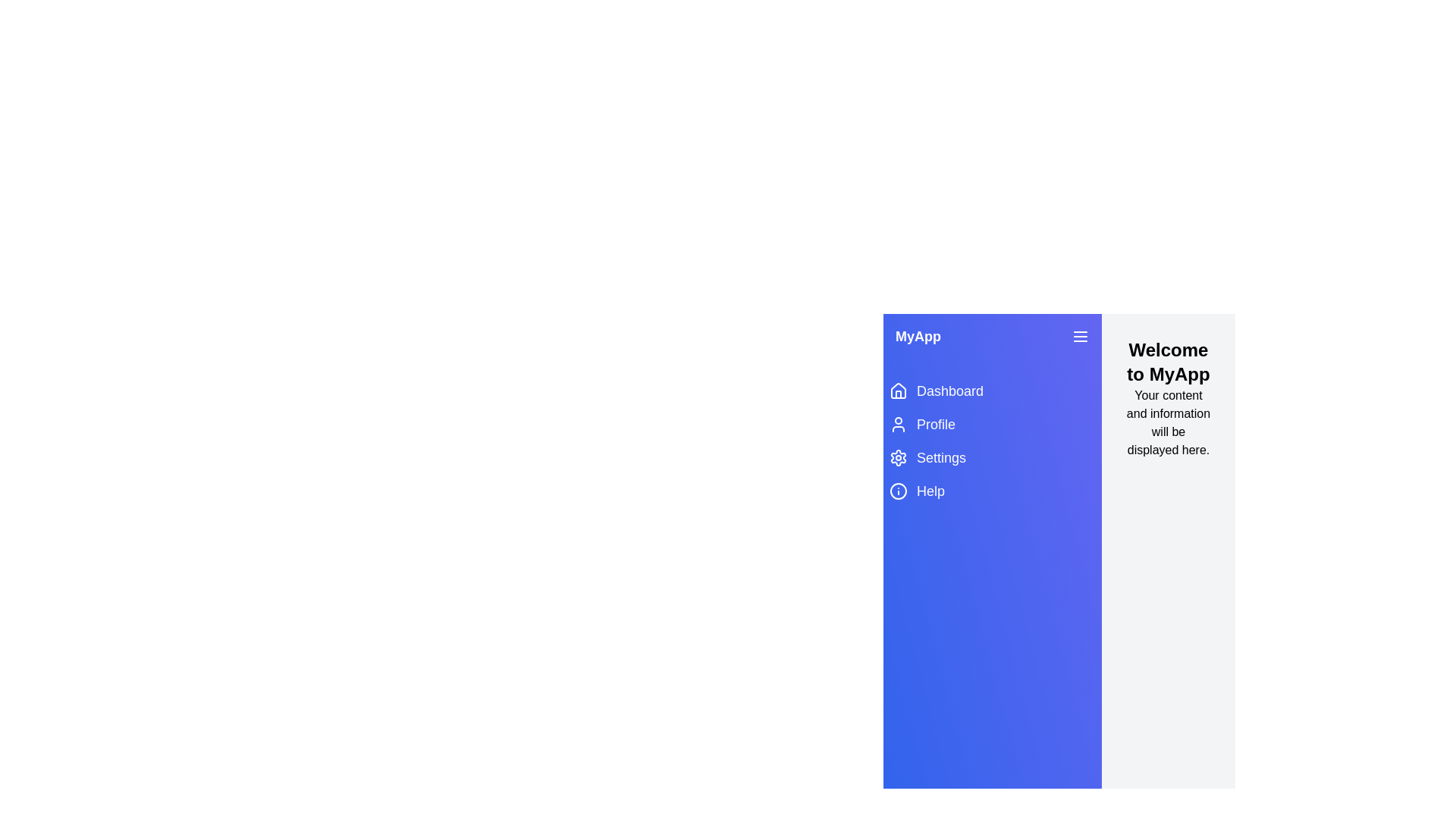 This screenshot has height=819, width=1456. I want to click on the menu item labeled Help, so click(993, 491).